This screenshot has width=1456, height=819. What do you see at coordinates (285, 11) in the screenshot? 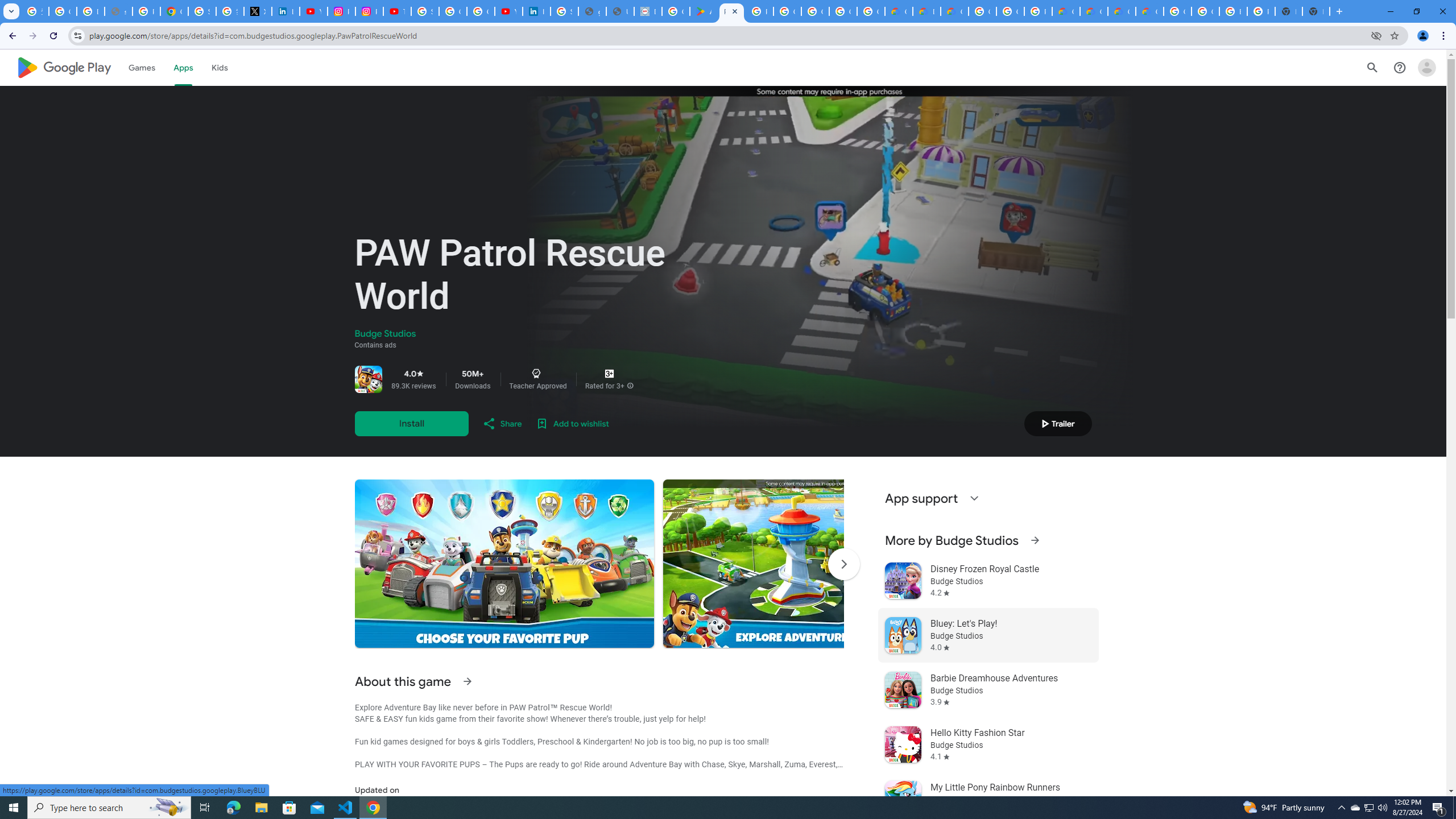
I see `'LinkedIn Privacy Policy'` at bounding box center [285, 11].